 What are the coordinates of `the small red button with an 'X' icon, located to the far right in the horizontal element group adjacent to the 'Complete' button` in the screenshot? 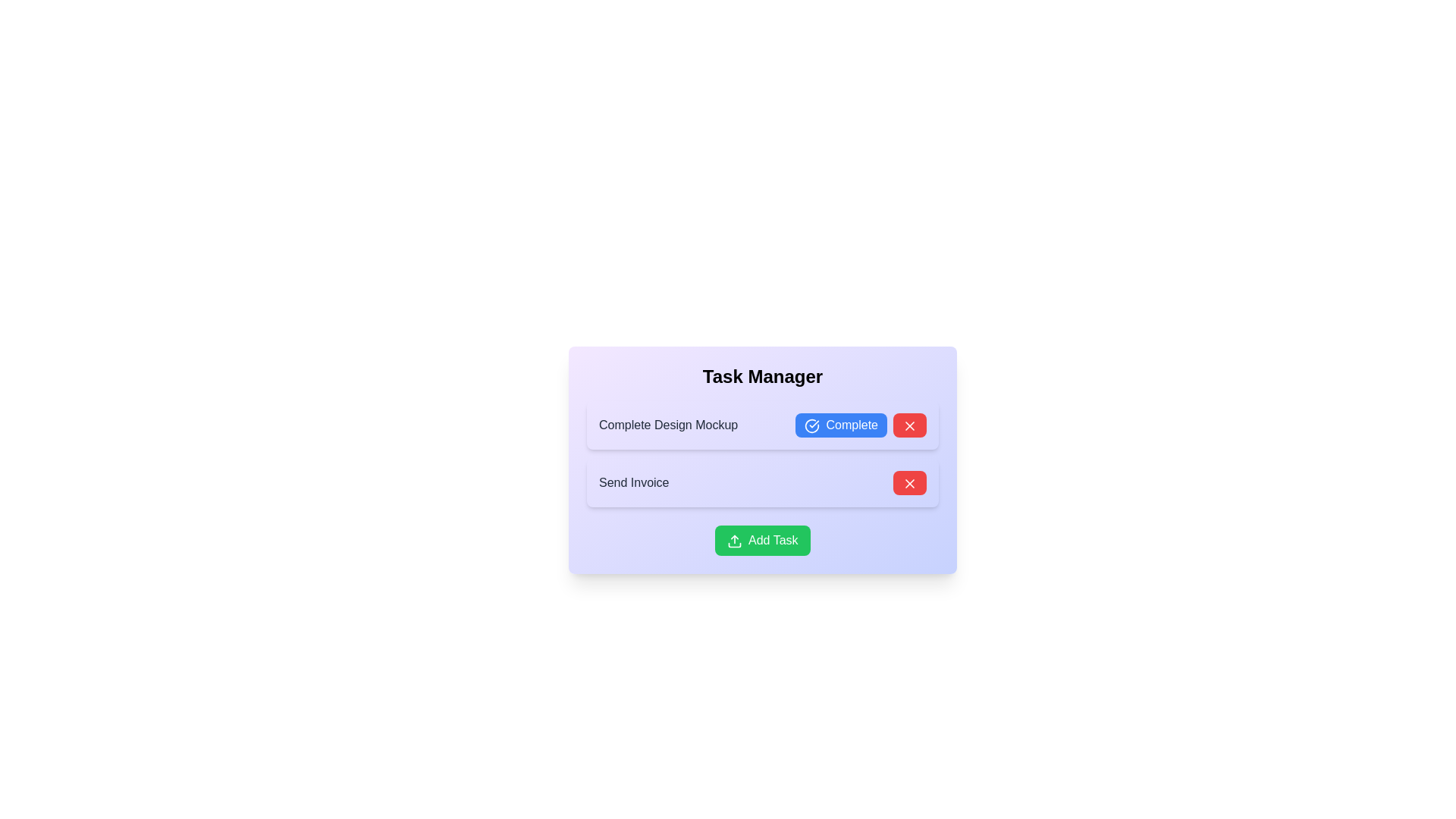 It's located at (910, 425).